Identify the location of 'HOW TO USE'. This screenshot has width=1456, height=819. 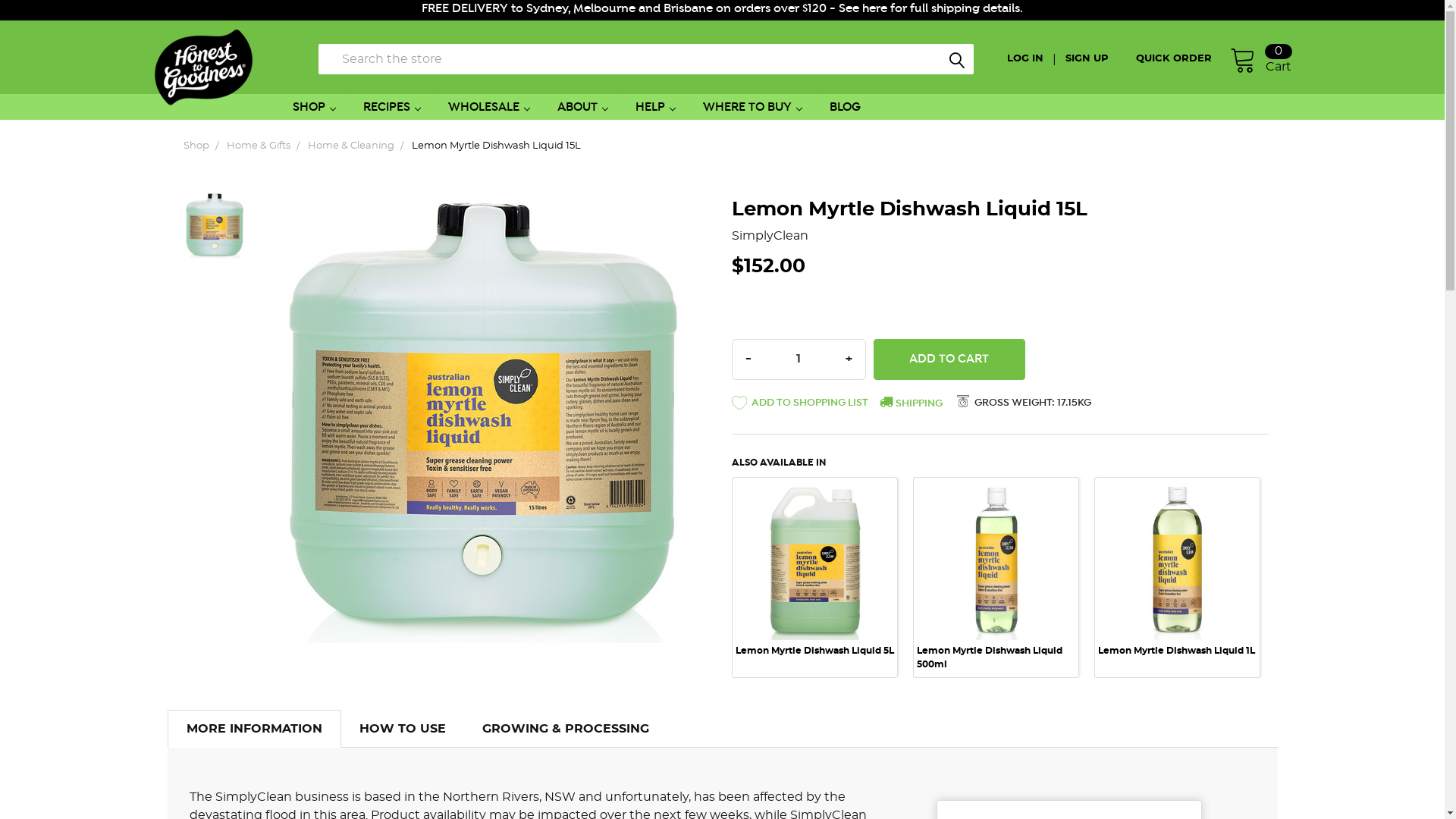
(403, 727).